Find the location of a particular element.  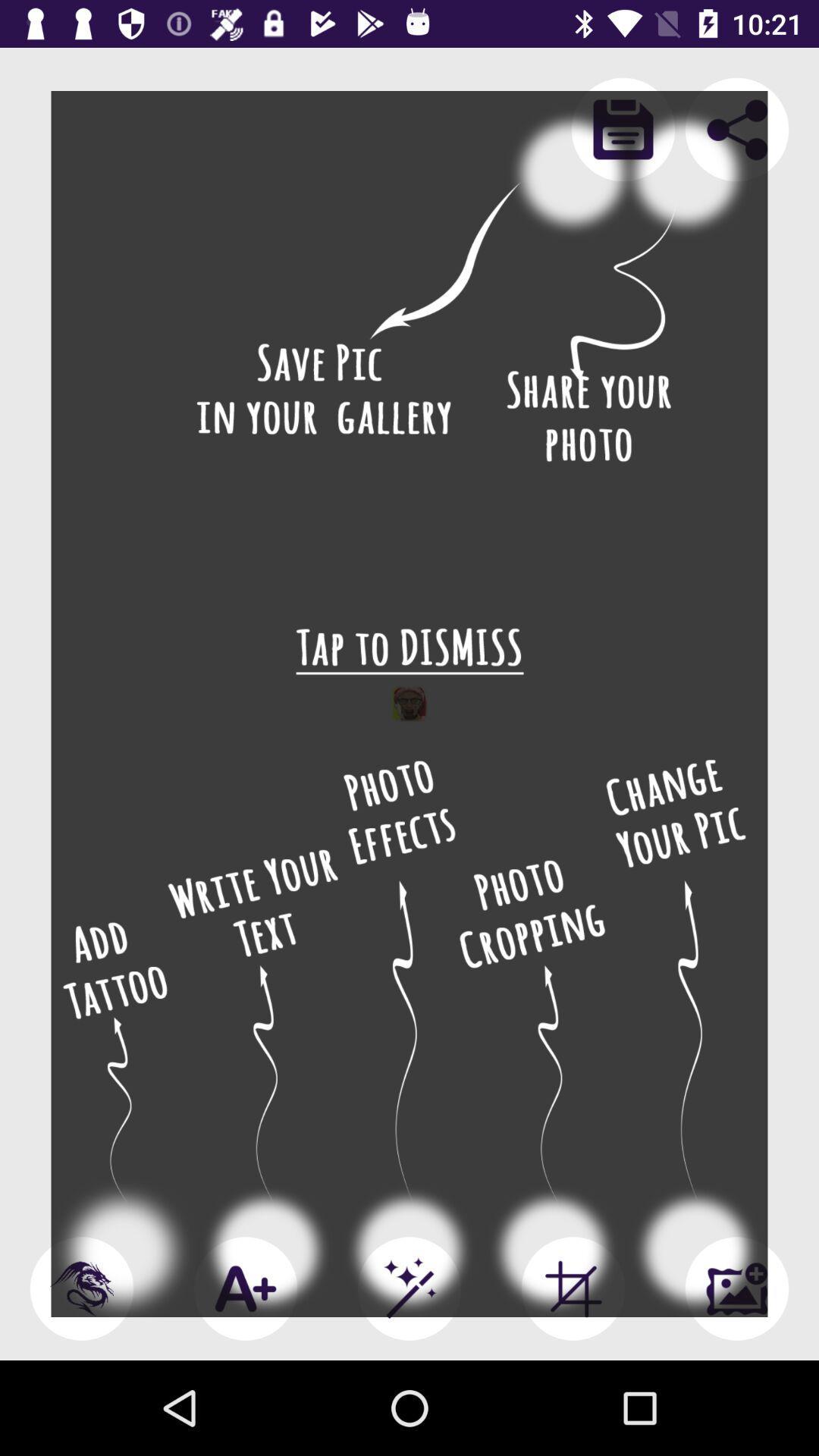

the share icon is located at coordinates (736, 130).